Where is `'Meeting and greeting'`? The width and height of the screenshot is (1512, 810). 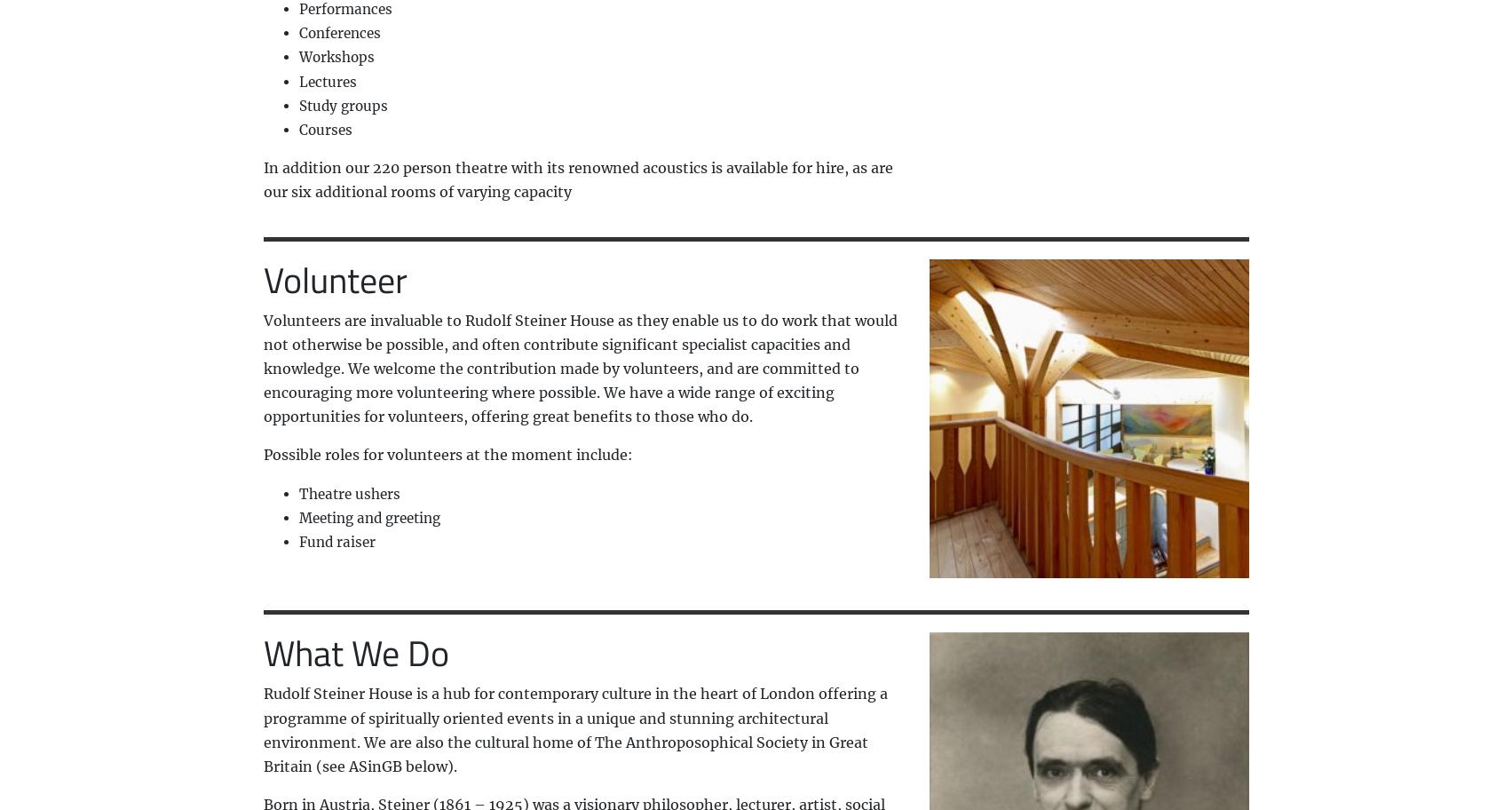 'Meeting and greeting' is located at coordinates (297, 516).